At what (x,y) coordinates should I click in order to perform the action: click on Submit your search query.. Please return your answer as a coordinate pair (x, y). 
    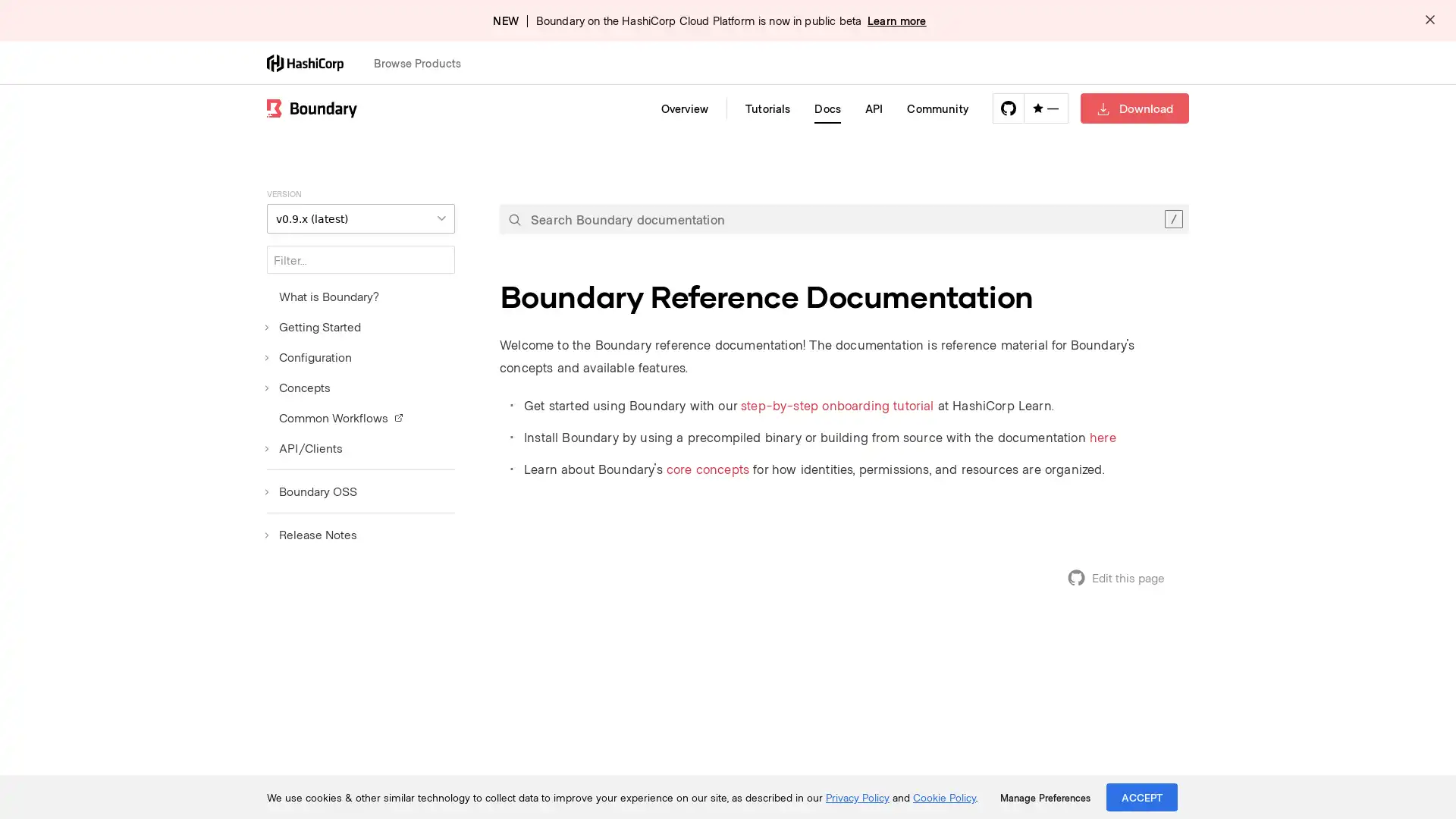
    Looking at the image, I should click on (514, 219).